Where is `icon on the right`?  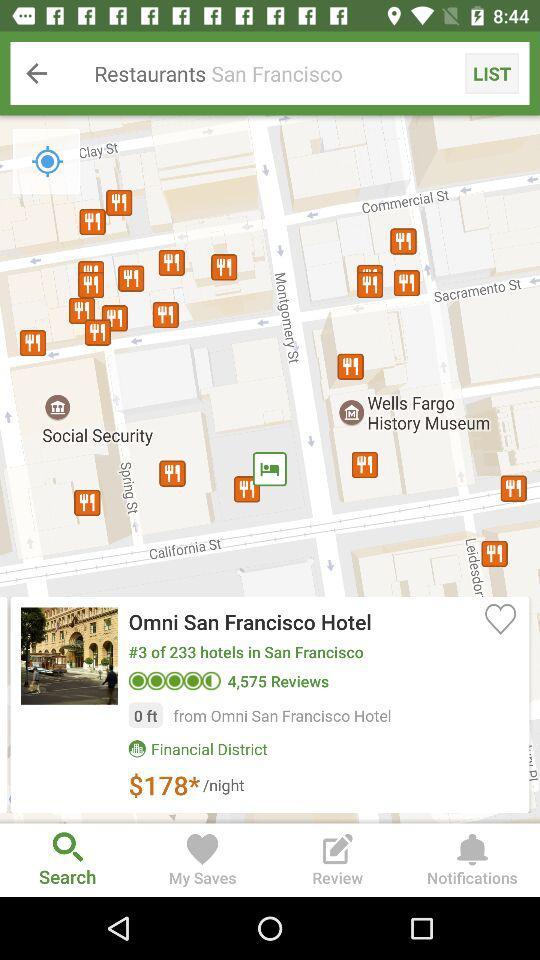
icon on the right is located at coordinates (499, 617).